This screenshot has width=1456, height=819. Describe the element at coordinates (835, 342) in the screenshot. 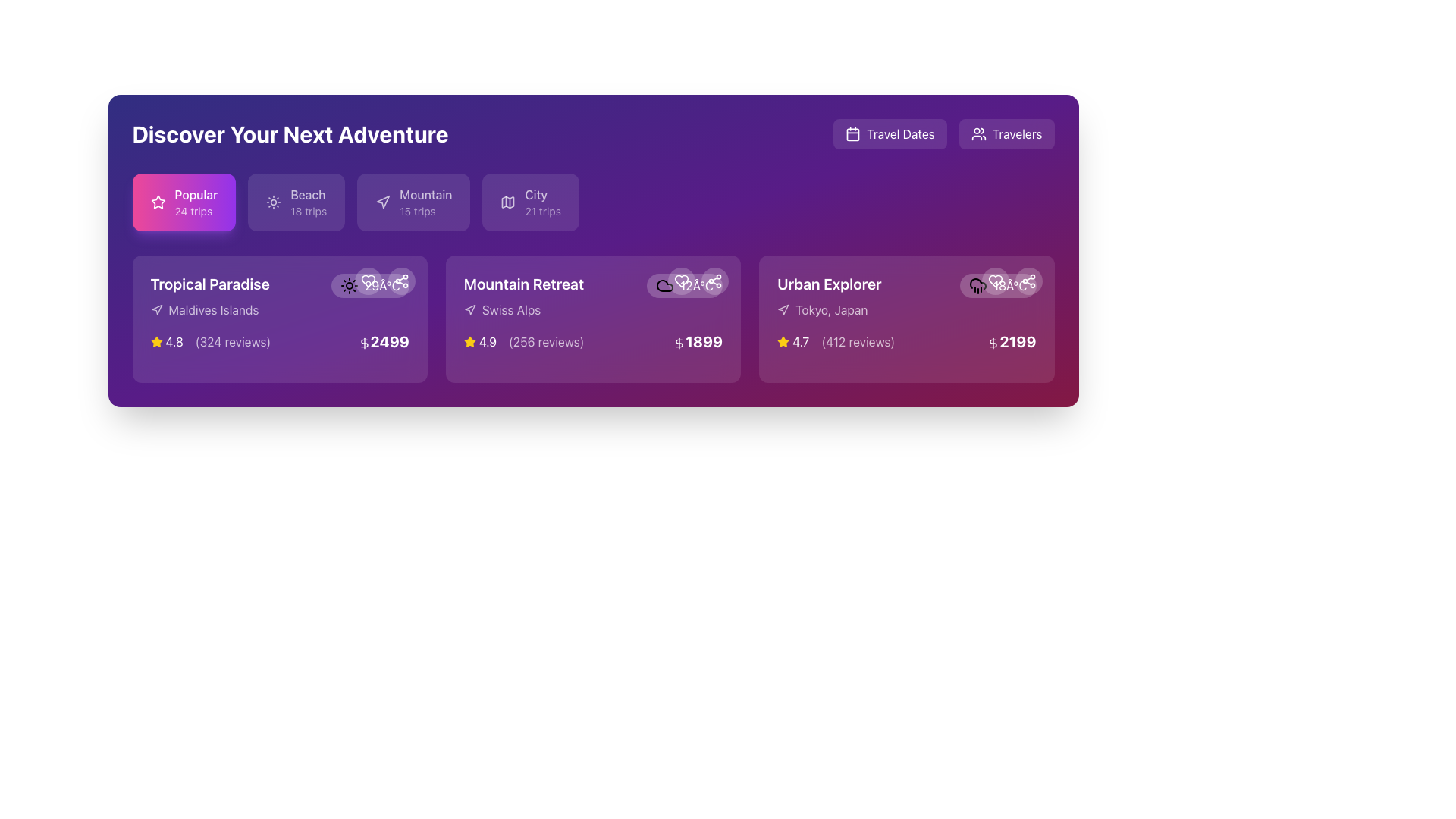

I see `the Rating display located in the bottom section of the third card from the left, just above the price tag on the 'Urban Explorer' card` at that location.